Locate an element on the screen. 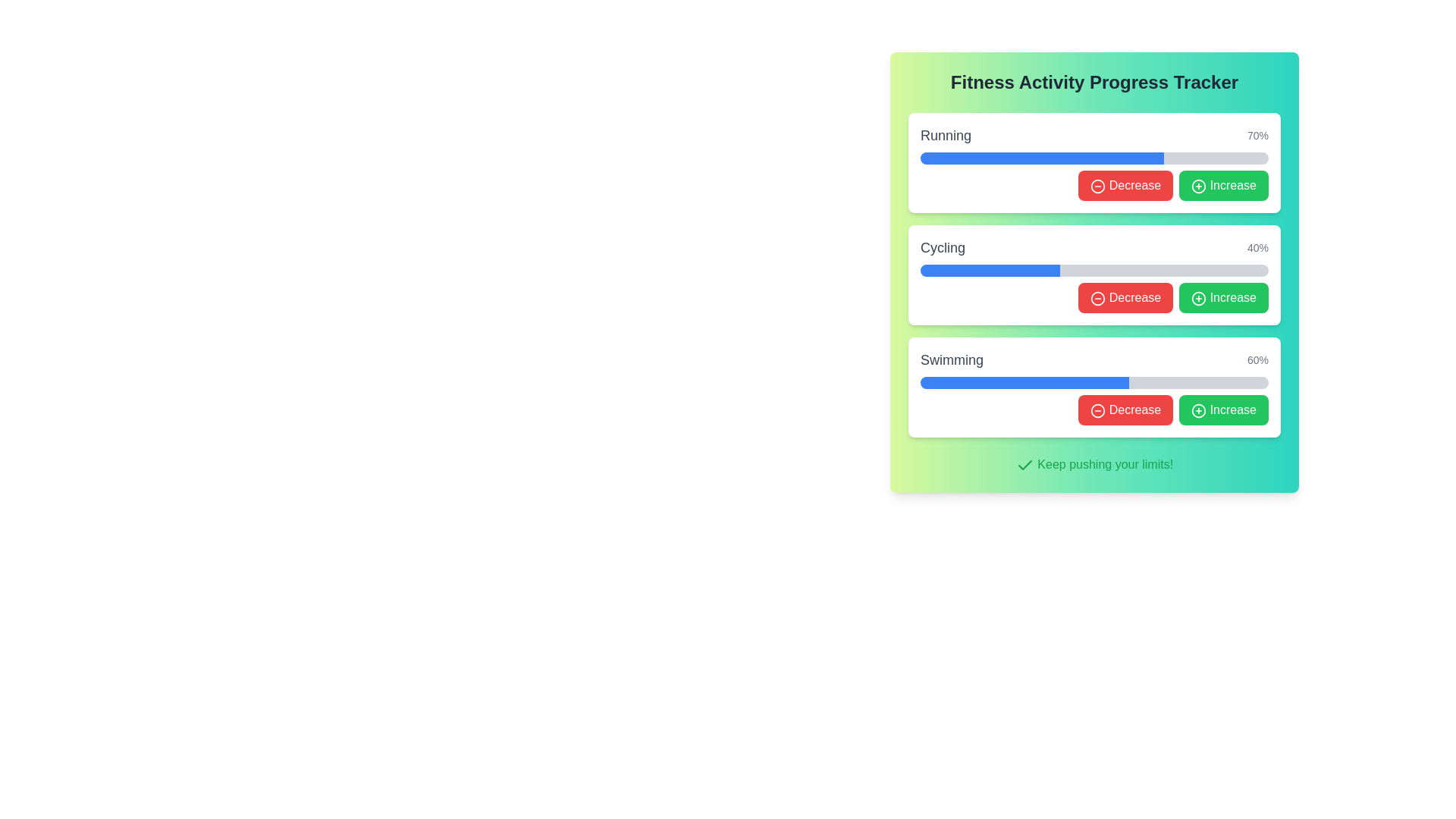 Image resolution: width=1456 pixels, height=819 pixels. the progress for cycling activity is located at coordinates (1053, 270).